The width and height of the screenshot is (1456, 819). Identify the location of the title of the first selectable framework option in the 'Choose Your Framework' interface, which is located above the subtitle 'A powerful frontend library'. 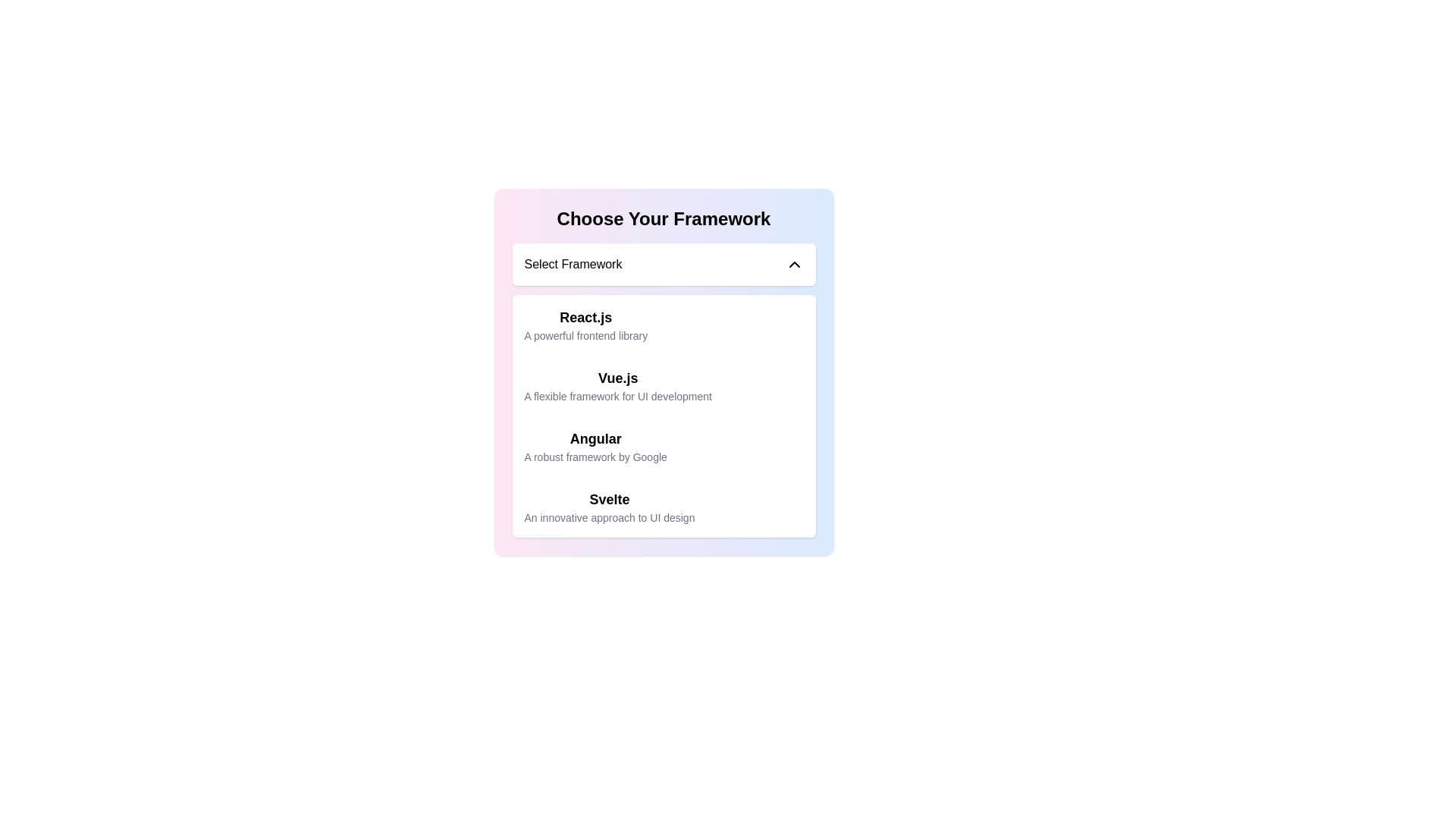
(585, 317).